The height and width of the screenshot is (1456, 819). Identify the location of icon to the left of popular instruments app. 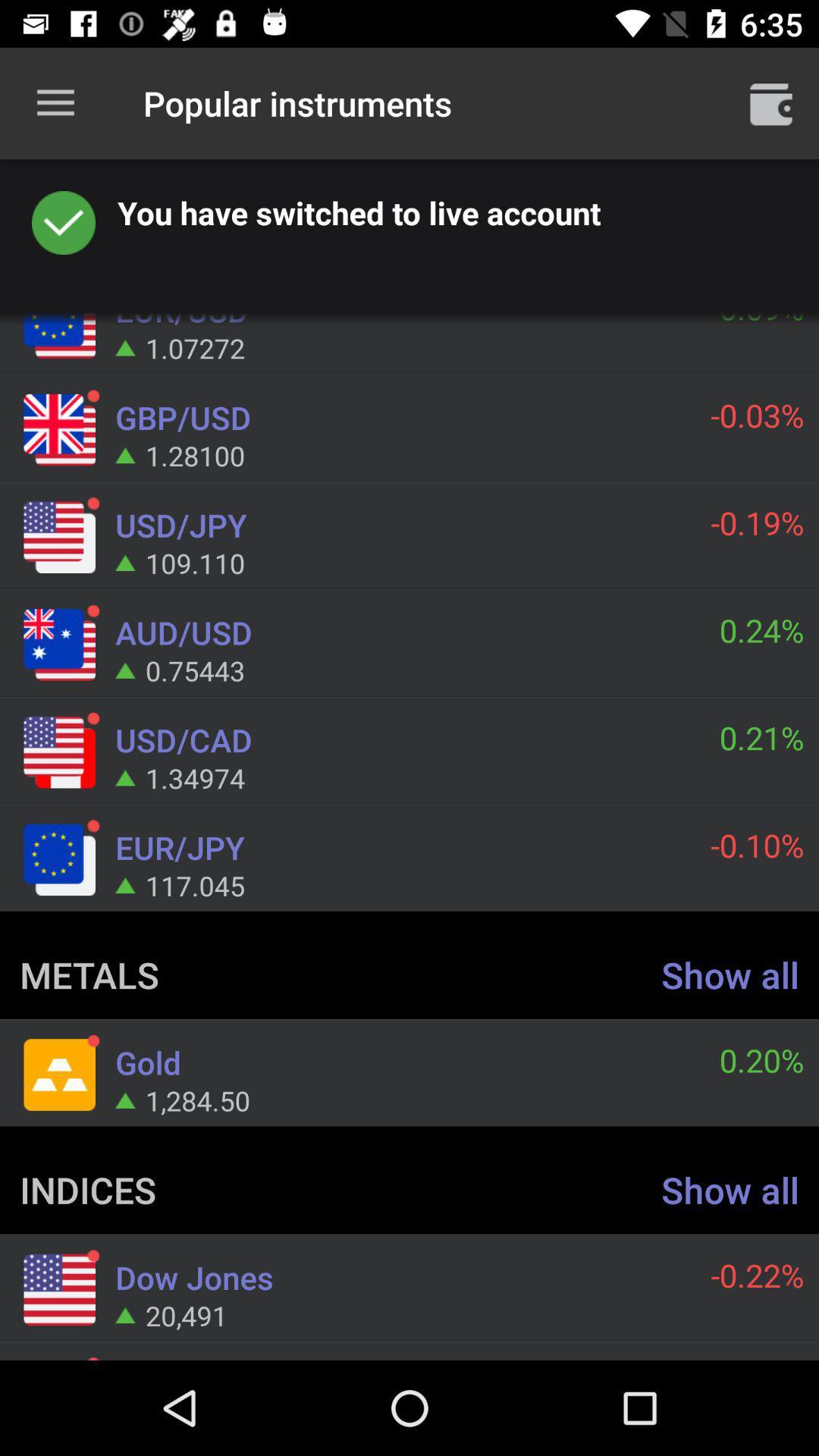
(55, 102).